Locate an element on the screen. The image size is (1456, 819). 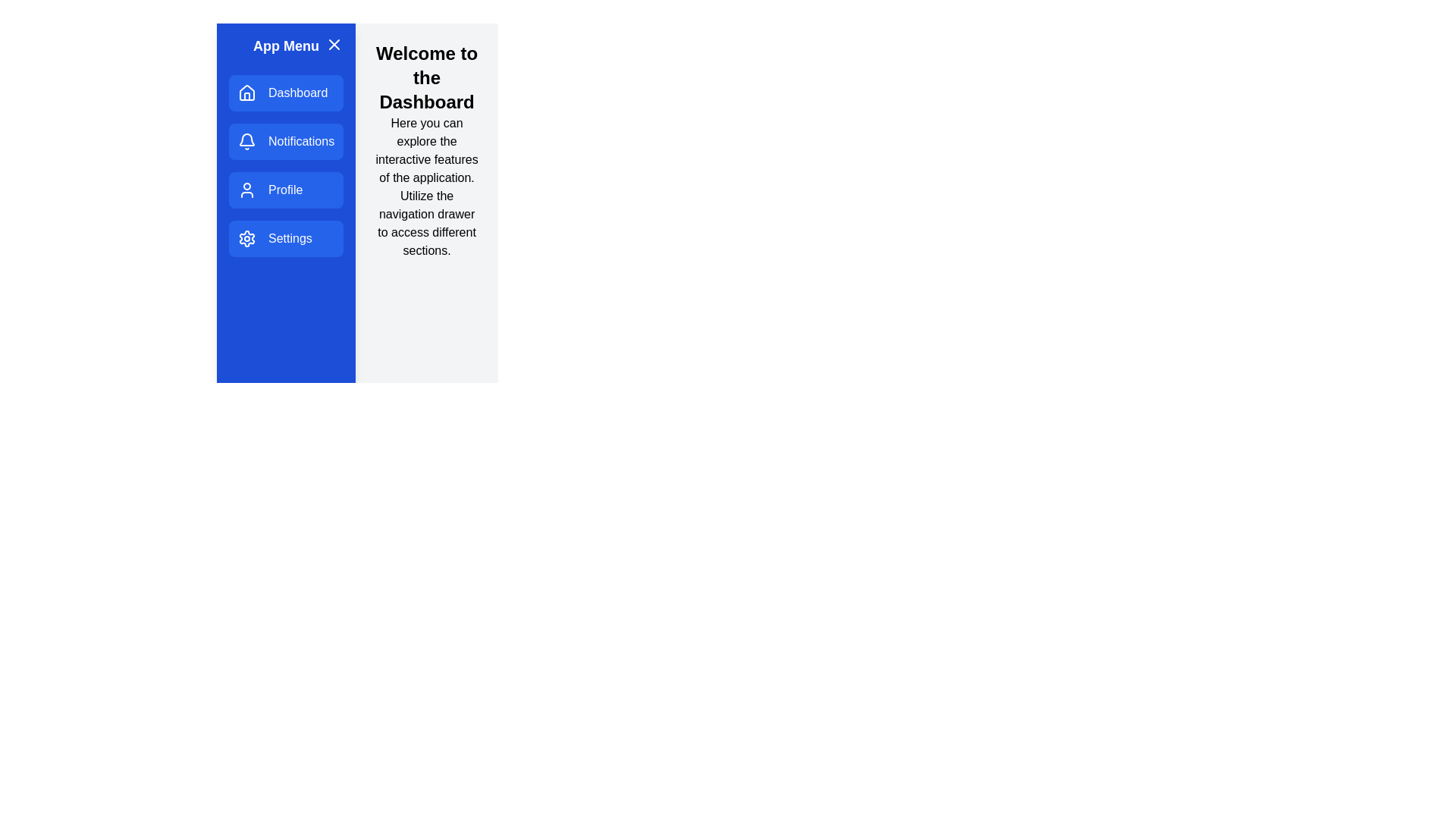
the 'Dashboard' text label in the top menu of the vertical navigation sidebar for visual feedback is located at coordinates (298, 93).